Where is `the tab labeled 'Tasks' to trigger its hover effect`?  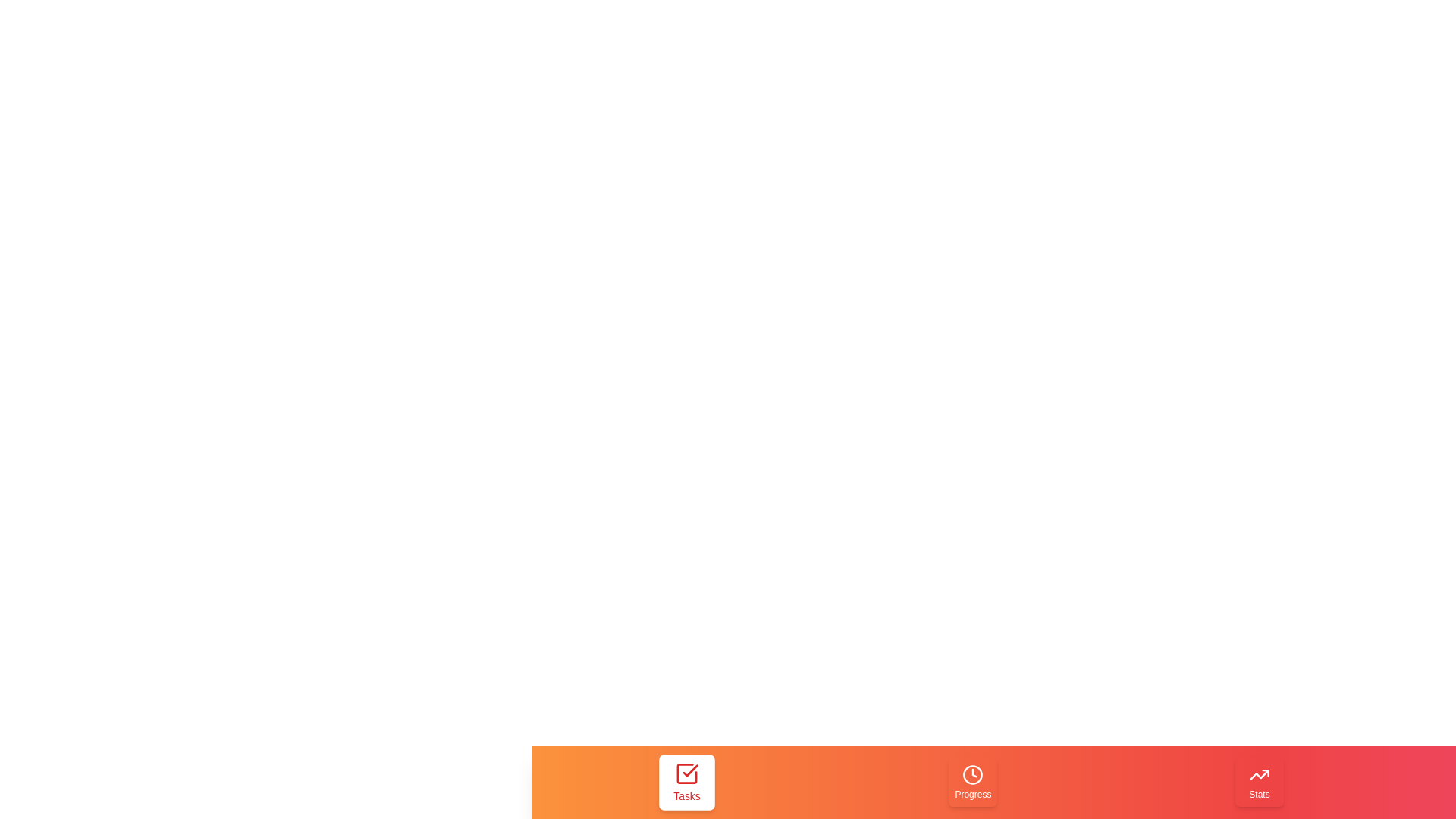
the tab labeled 'Tasks' to trigger its hover effect is located at coordinates (686, 783).